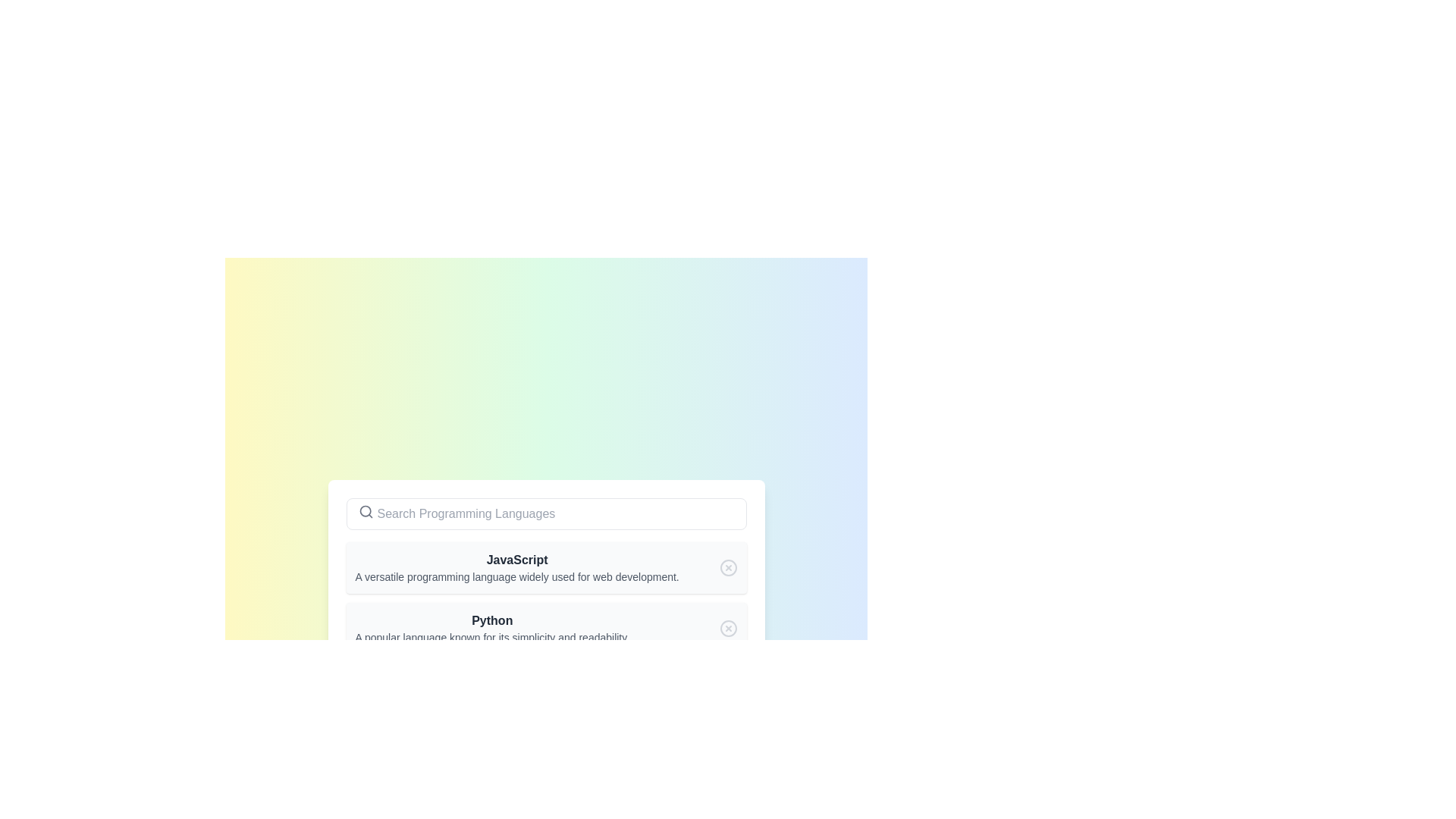 This screenshot has height=819, width=1456. What do you see at coordinates (366, 512) in the screenshot?
I see `the presence of the search icon, which is a magnifying glass outlined in gray, located on the left side of the search bar component` at bounding box center [366, 512].